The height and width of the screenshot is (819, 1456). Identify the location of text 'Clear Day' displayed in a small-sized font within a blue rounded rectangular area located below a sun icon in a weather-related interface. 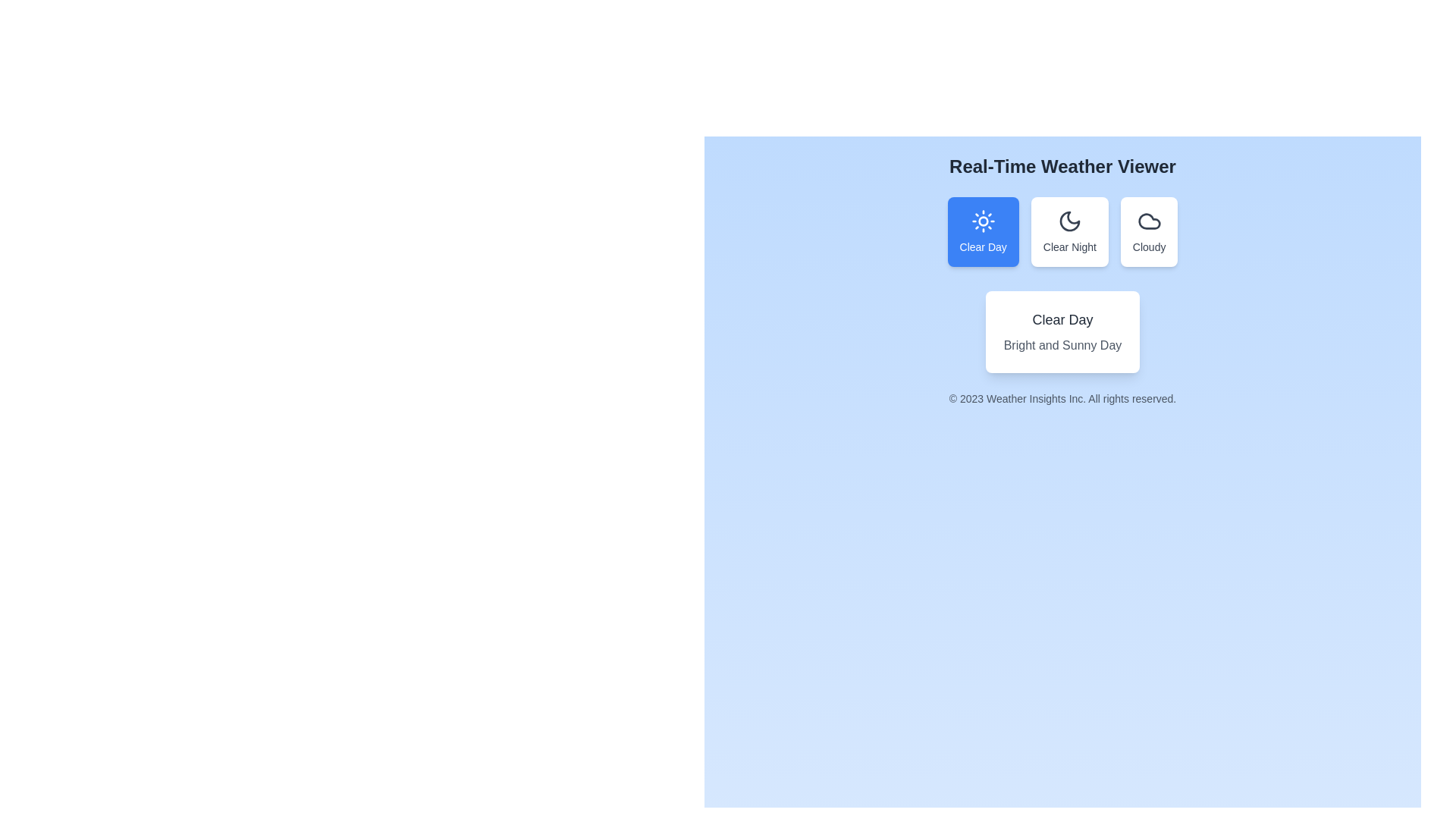
(983, 246).